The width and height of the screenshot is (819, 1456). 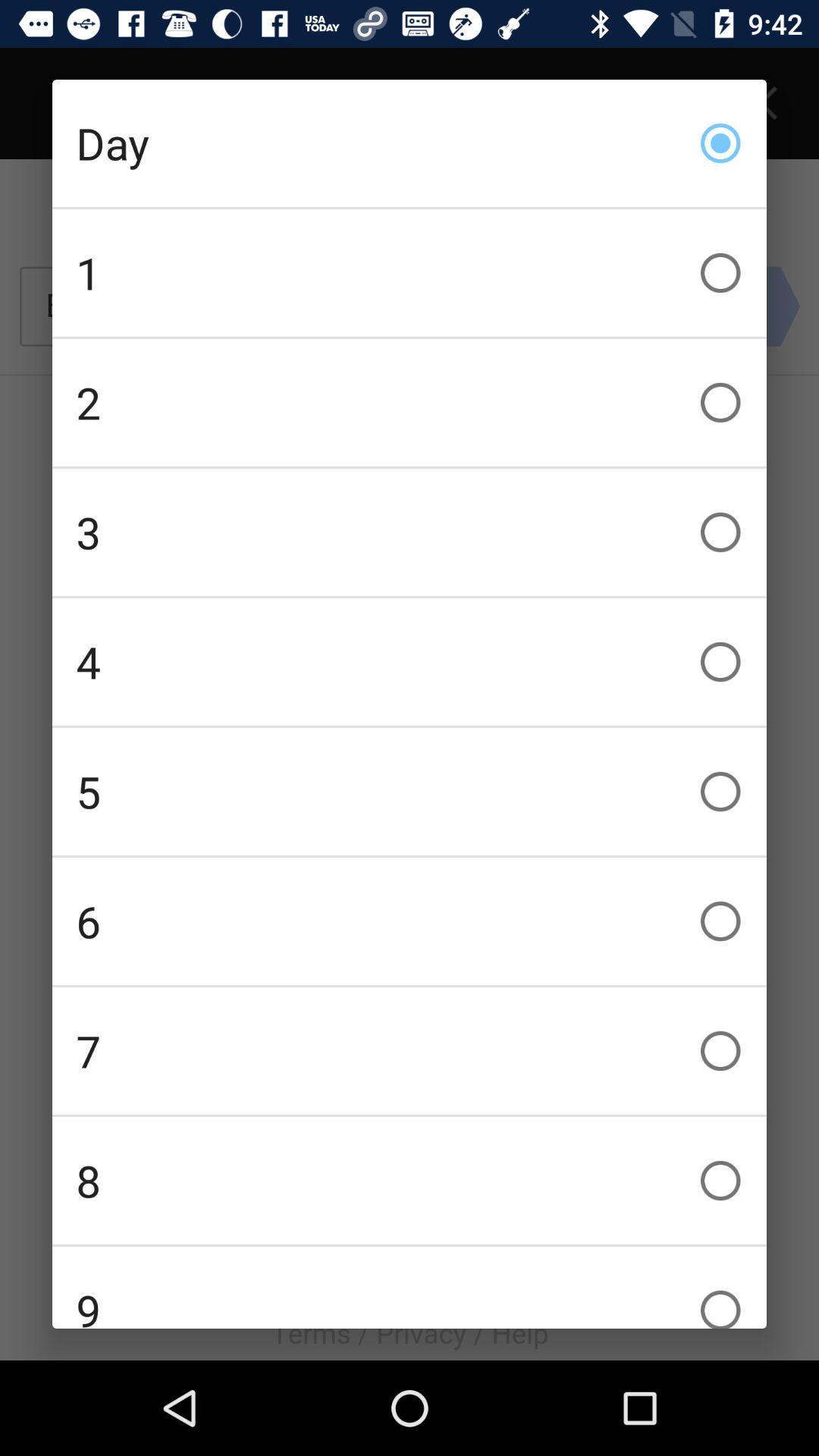 I want to click on the 5 checkbox, so click(x=409, y=790).